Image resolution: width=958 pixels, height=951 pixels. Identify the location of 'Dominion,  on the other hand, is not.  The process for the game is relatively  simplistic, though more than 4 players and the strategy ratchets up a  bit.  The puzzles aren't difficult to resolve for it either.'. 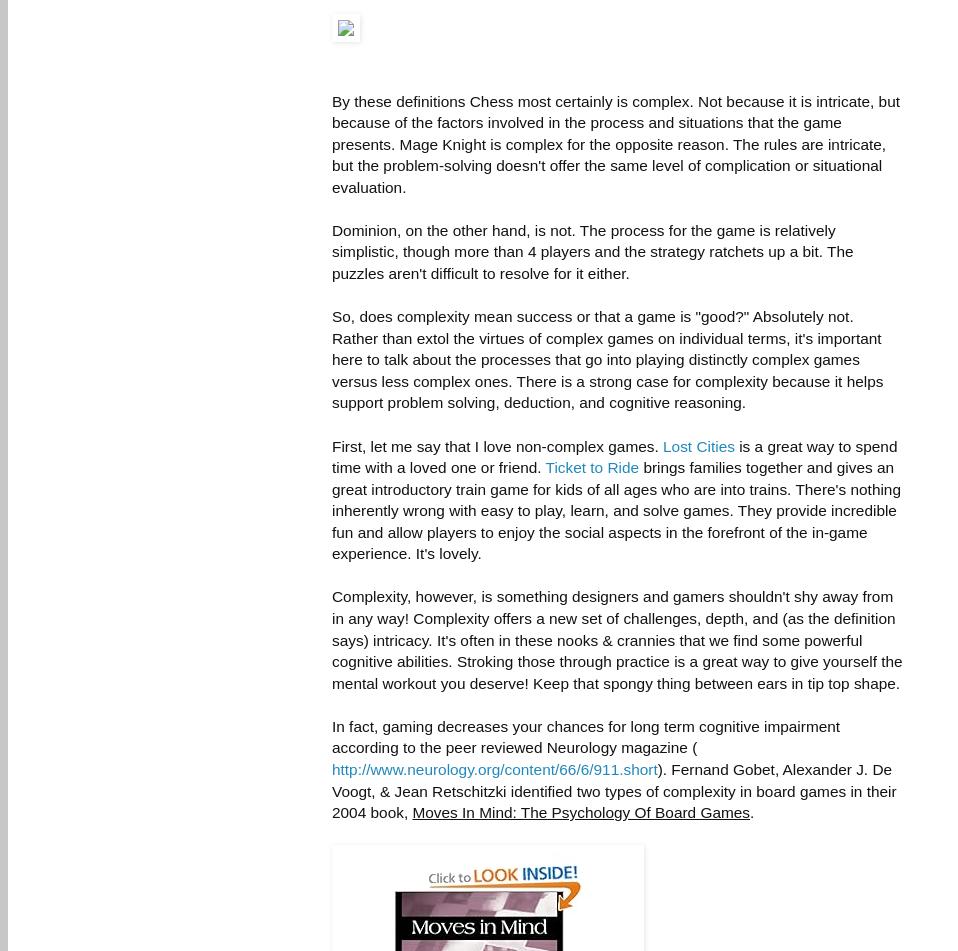
(592, 251).